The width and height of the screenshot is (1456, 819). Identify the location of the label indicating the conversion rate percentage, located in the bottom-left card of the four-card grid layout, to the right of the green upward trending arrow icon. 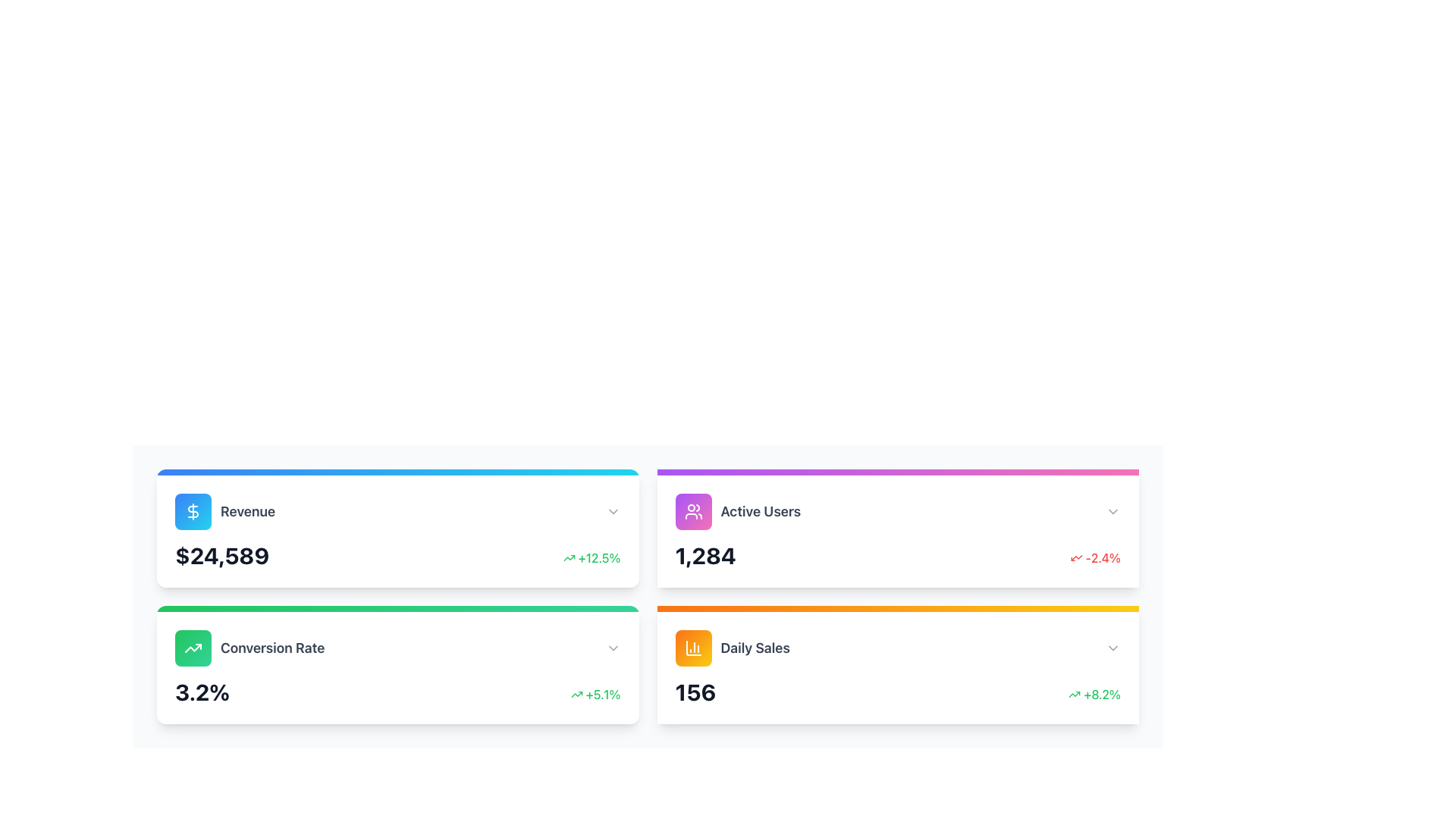
(272, 648).